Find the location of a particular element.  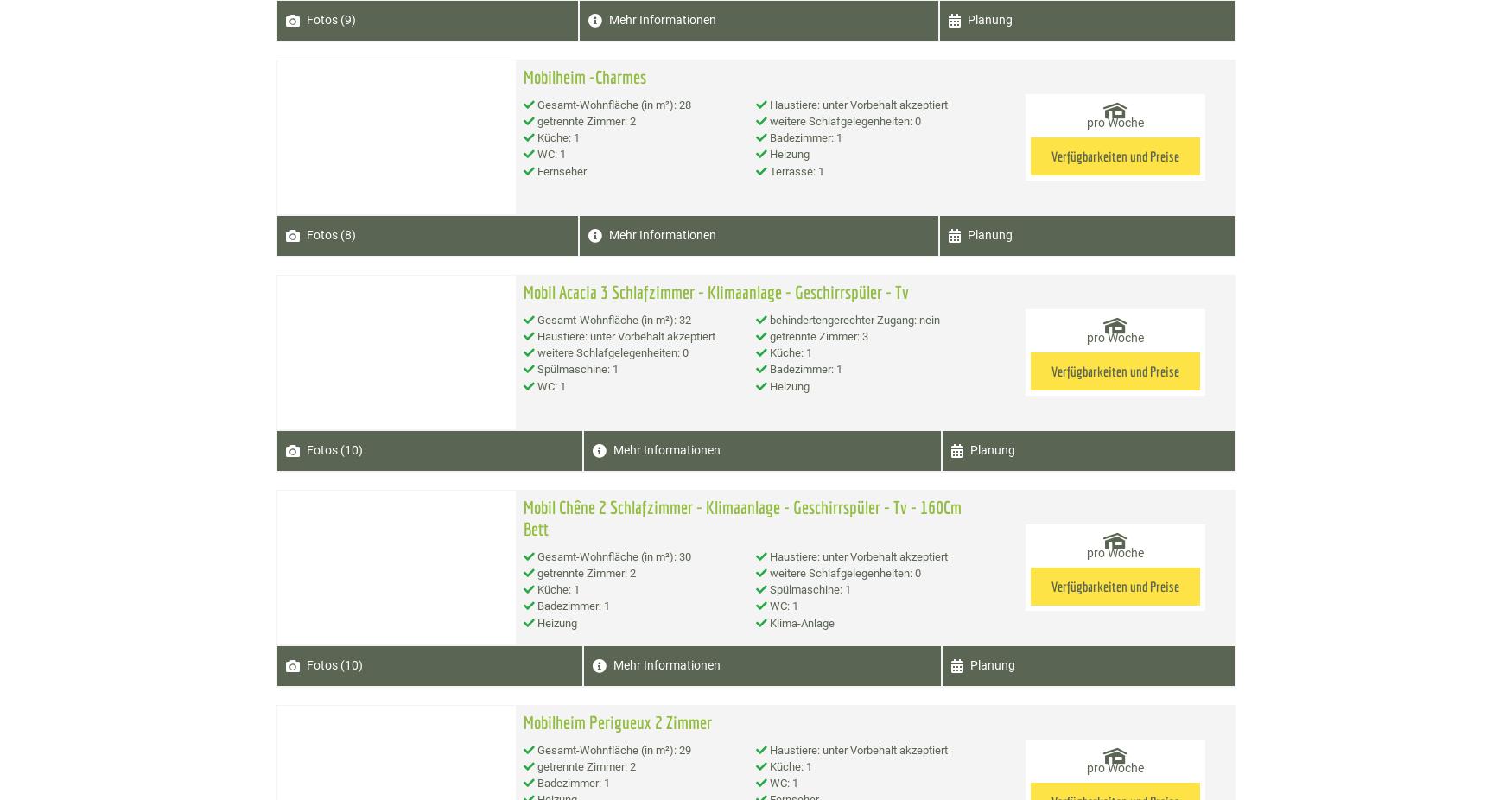

'Gesamt-Wohnfläche (in m²): 30' is located at coordinates (533, 555).